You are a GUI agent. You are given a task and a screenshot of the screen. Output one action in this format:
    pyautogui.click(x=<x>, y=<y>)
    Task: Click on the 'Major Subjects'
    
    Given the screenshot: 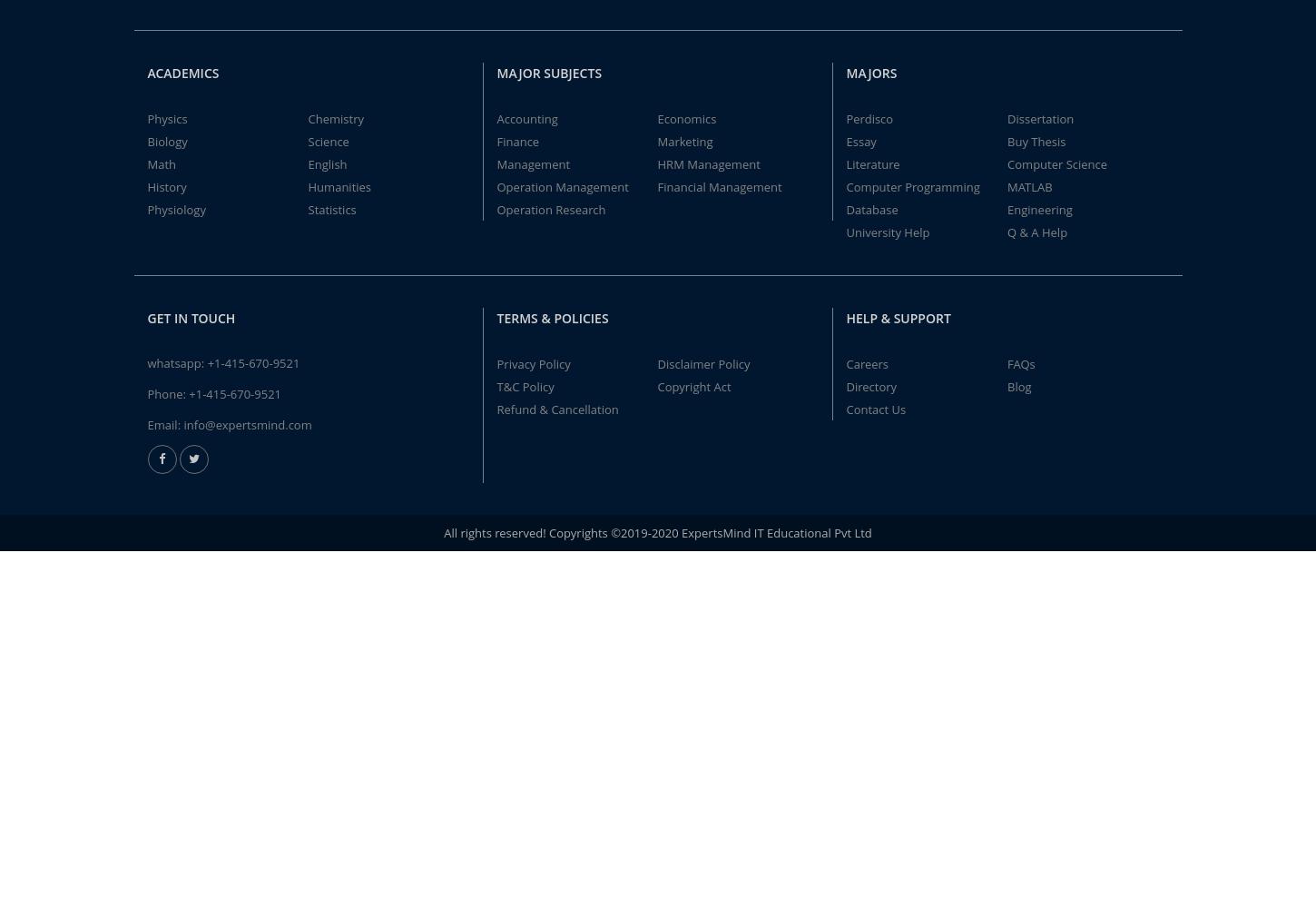 What is the action you would take?
    pyautogui.click(x=496, y=71)
    